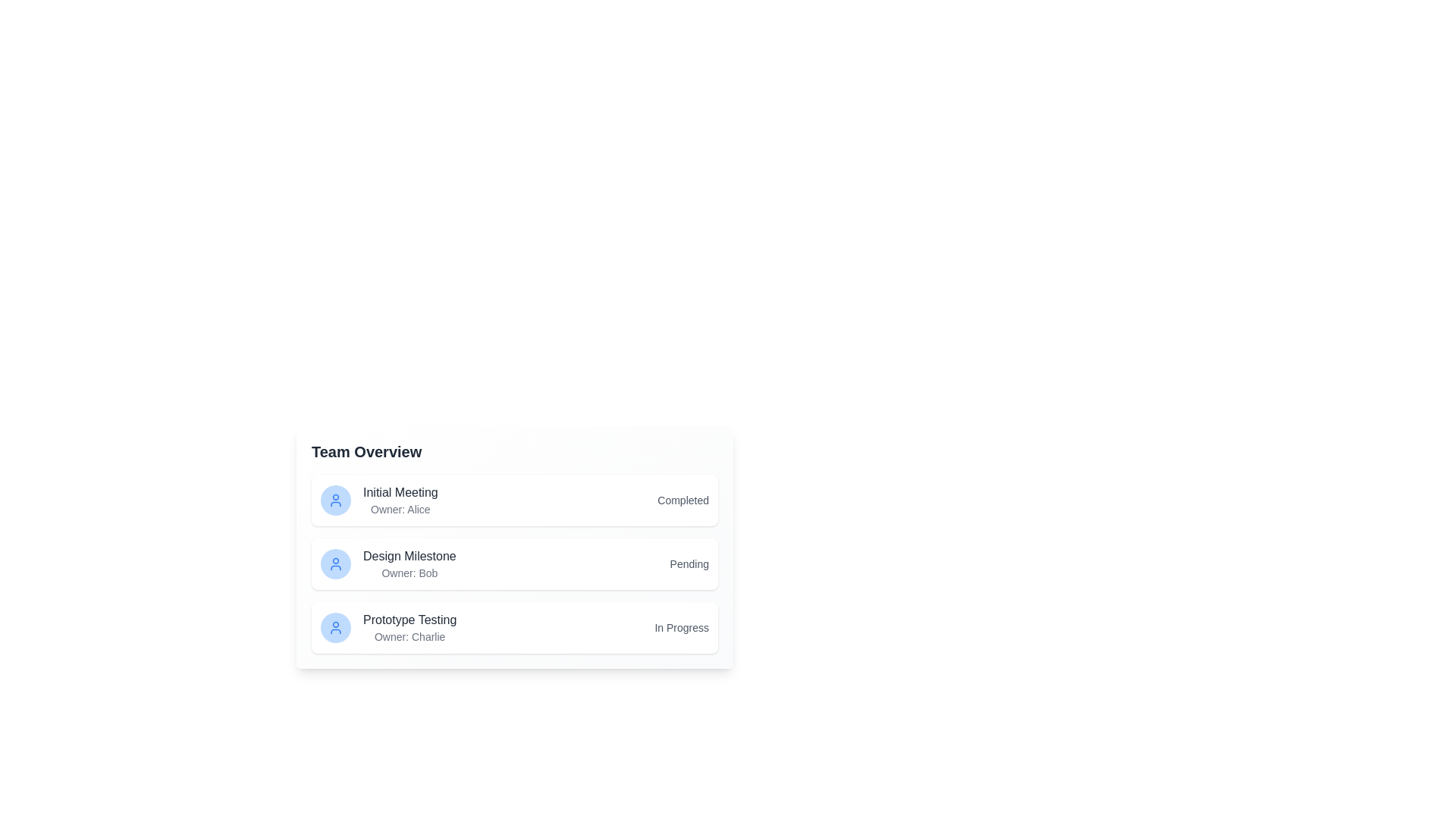 The height and width of the screenshot is (819, 1456). I want to click on information displayed in the text label representing the title and owner of a meeting or task, located at the top-left of the list interface, so click(379, 500).